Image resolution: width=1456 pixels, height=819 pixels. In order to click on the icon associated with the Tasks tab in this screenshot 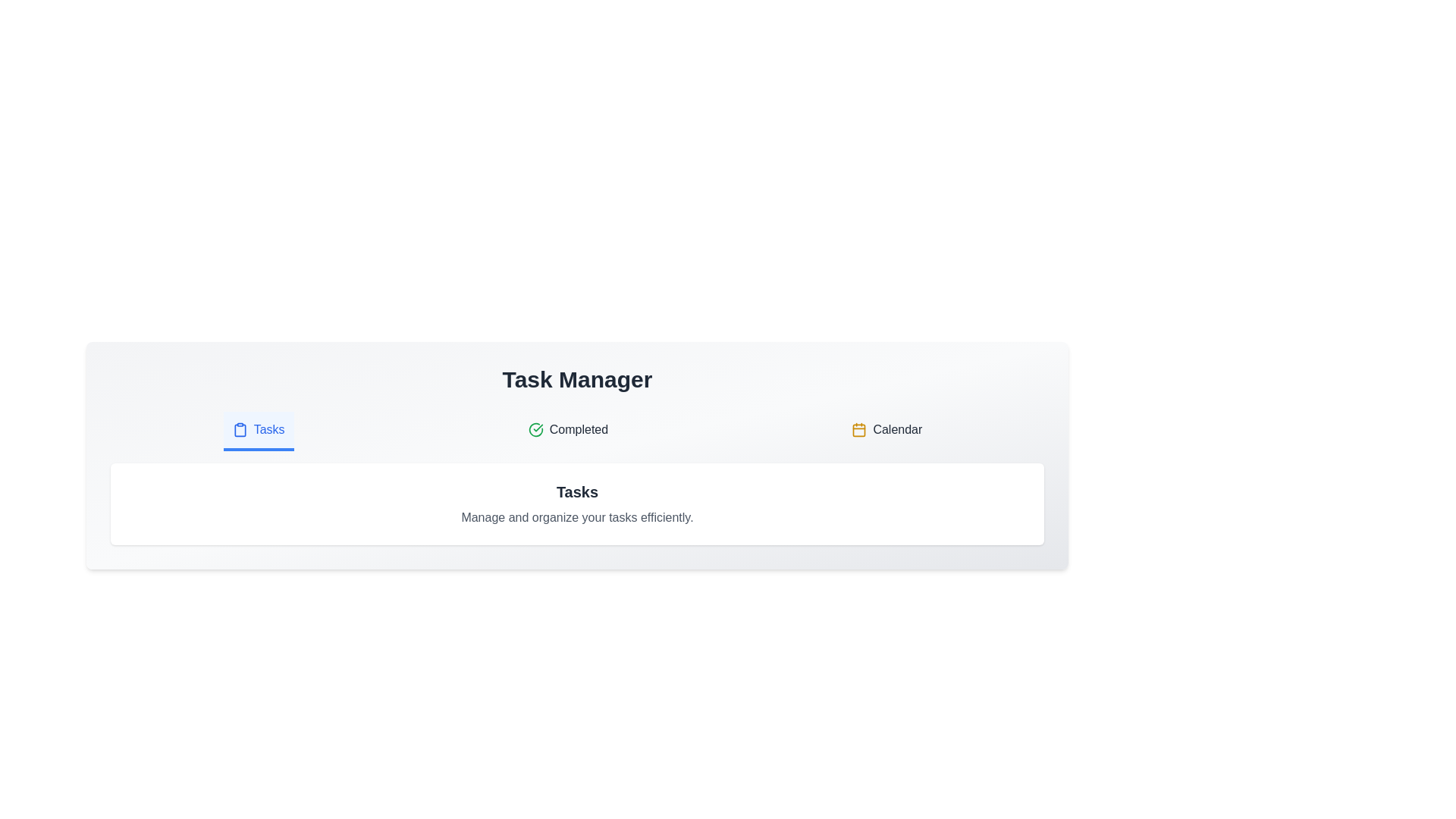, I will do `click(239, 430)`.